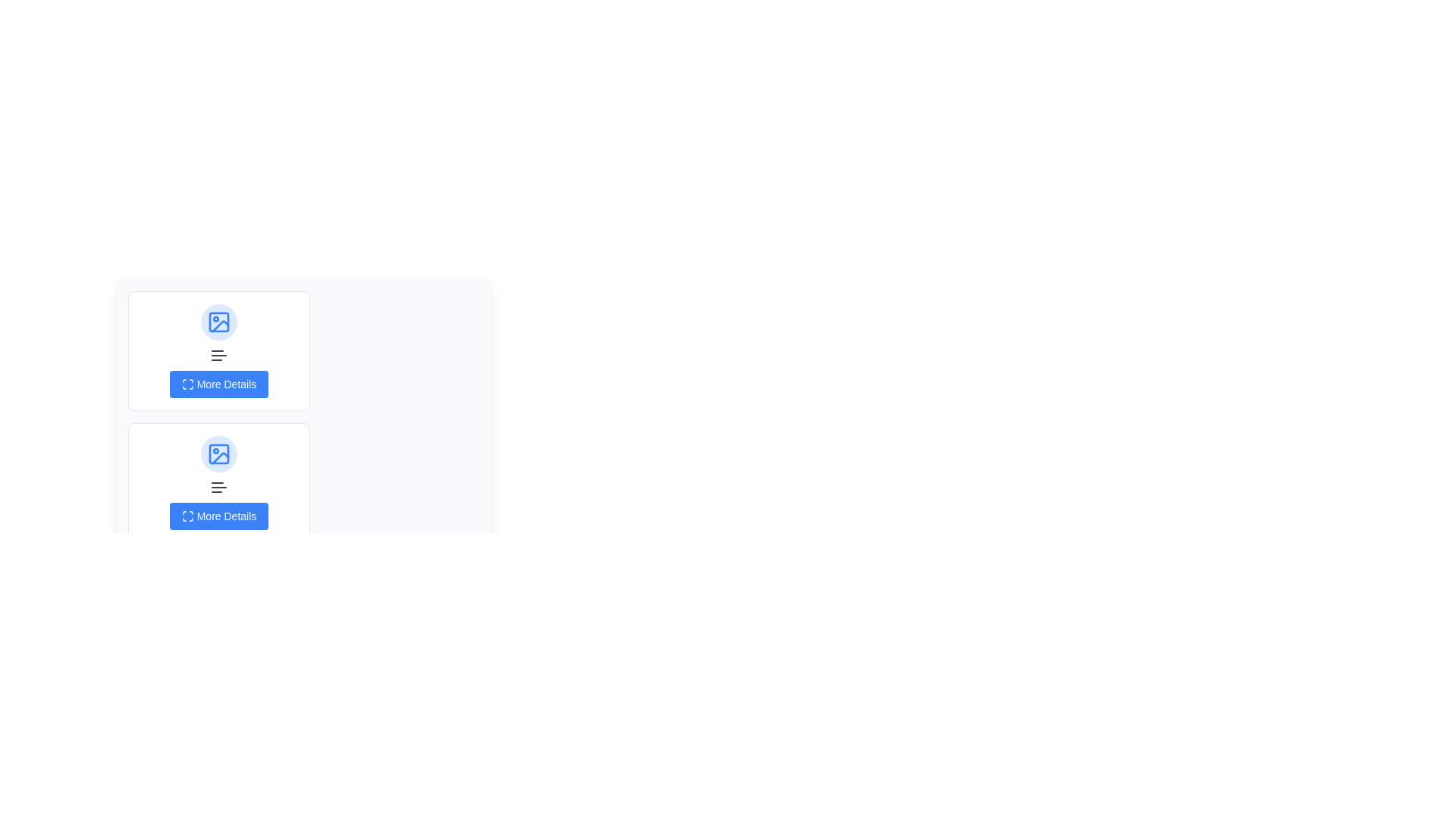  I want to click on the navigation button located below 'Item 2' in the vertically stacked list, so click(218, 516).